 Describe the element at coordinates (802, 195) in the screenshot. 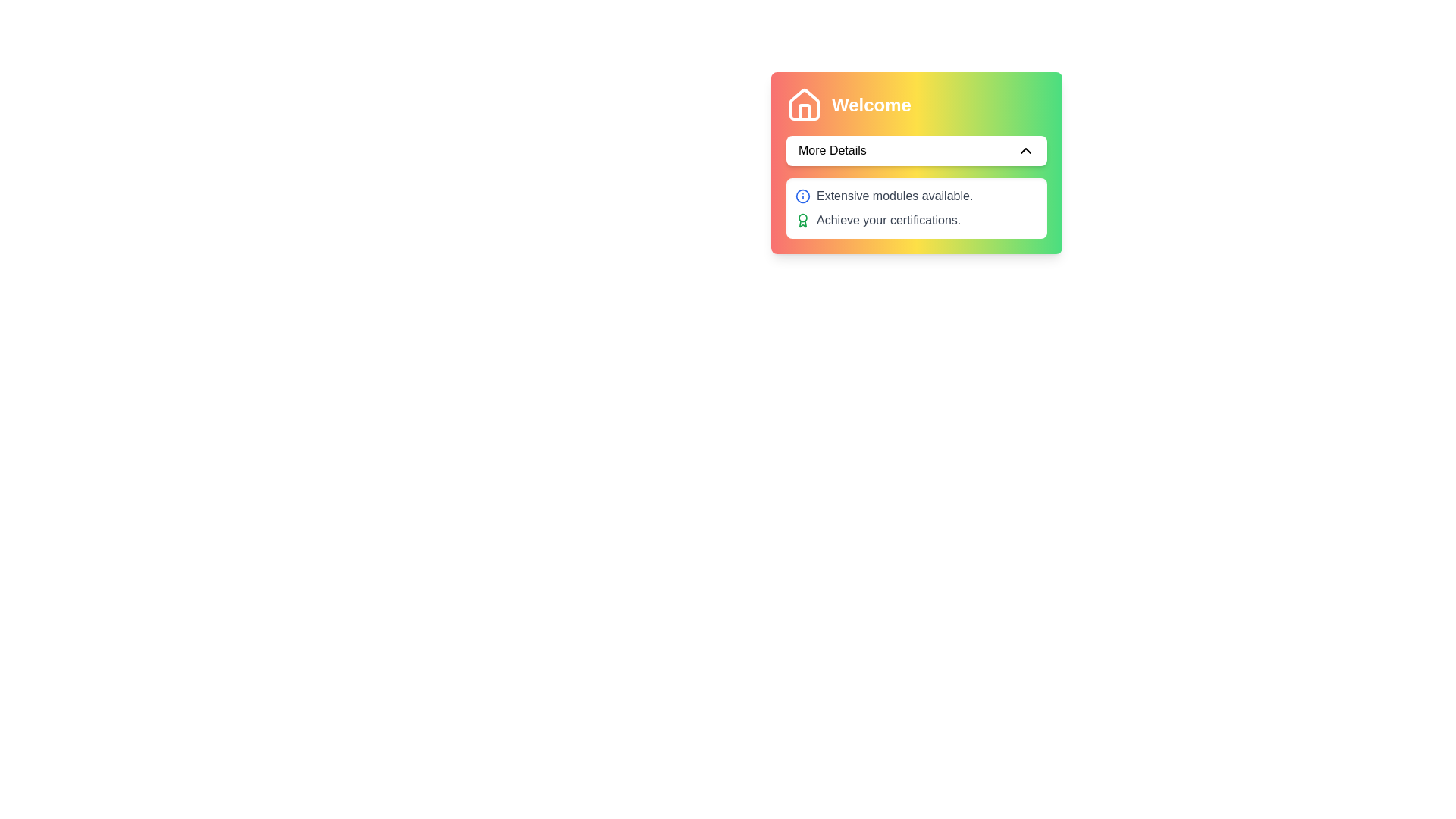

I see `the Informational Icon, which is a circular blue icon with an 'i' symbol, located to the left of the text 'Extensive modules available.'` at that location.